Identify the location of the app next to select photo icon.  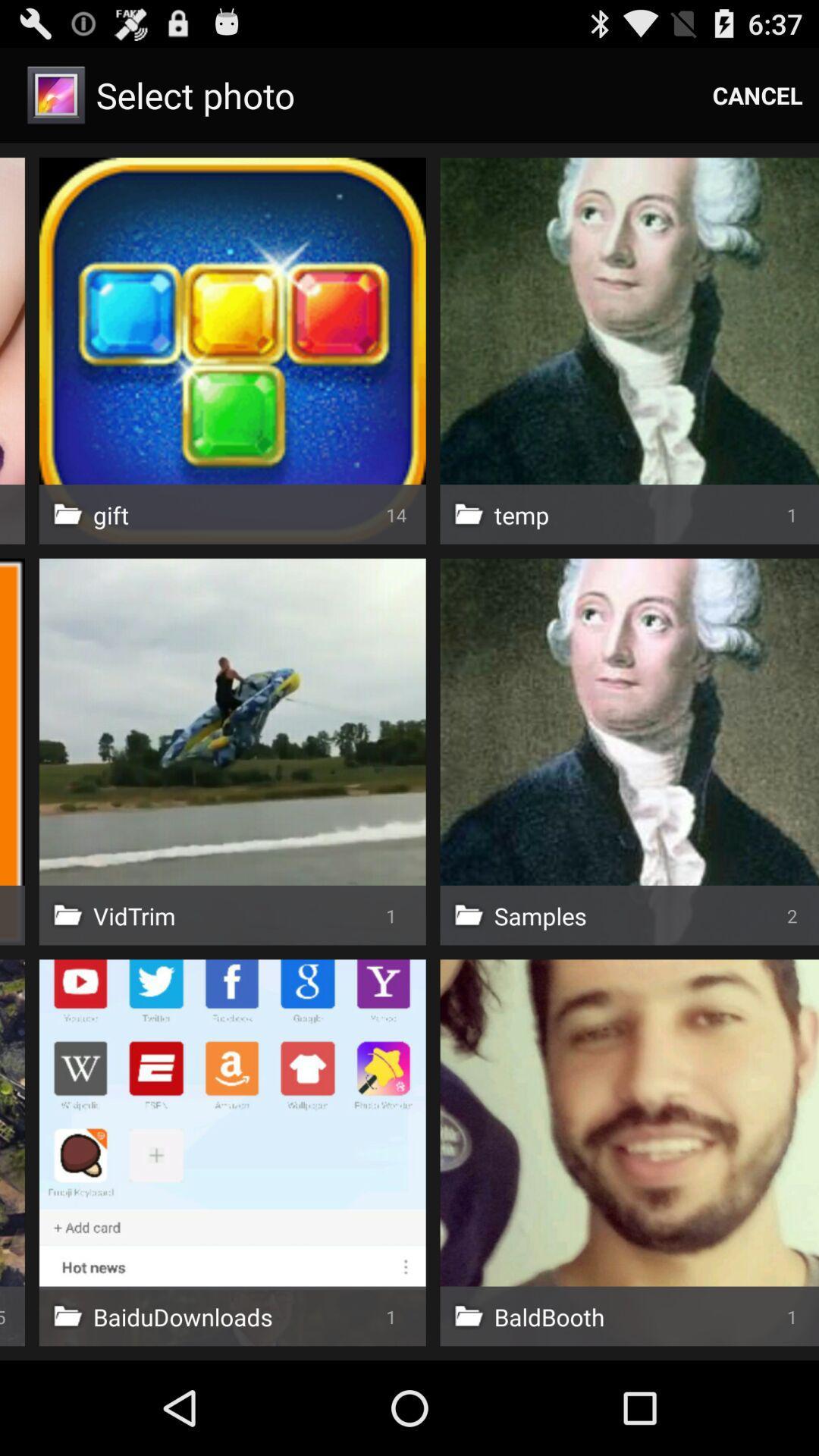
(758, 94).